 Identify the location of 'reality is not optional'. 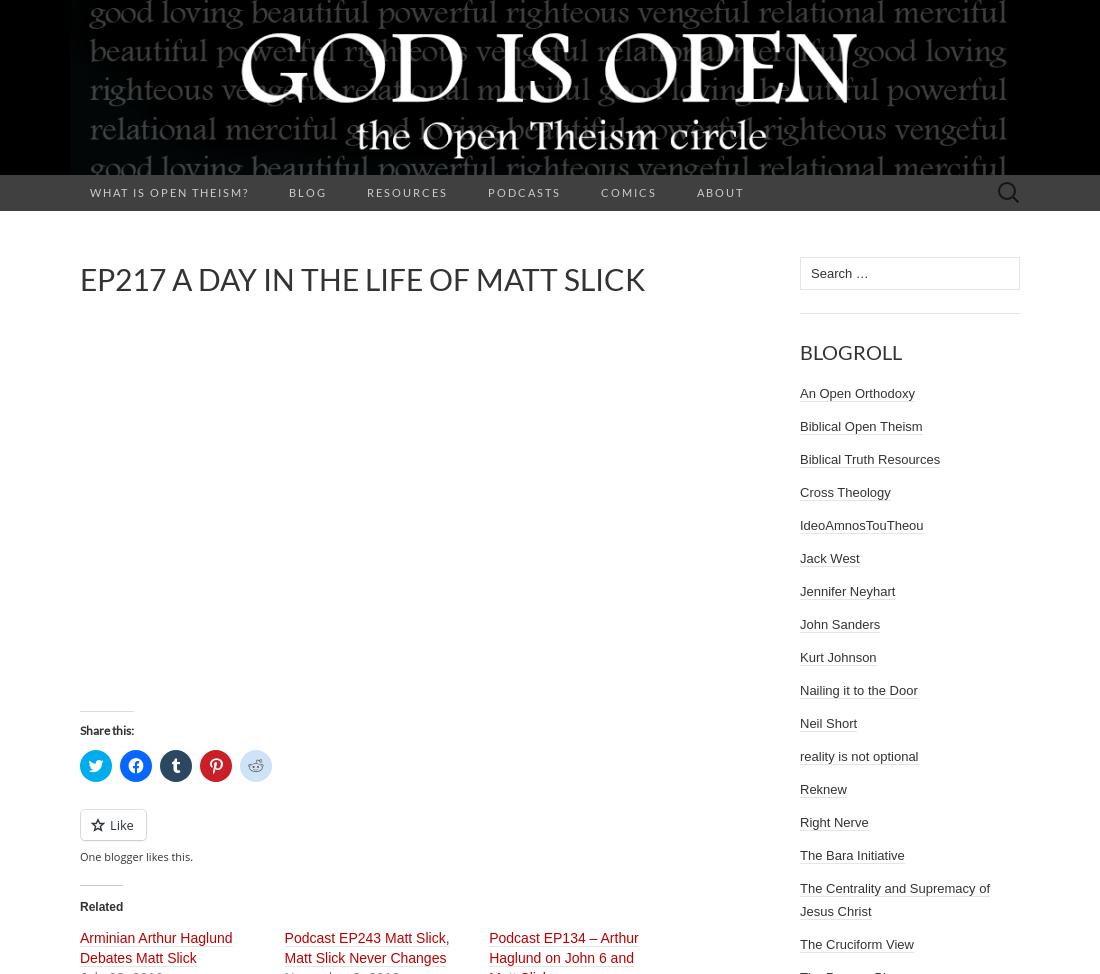
(857, 755).